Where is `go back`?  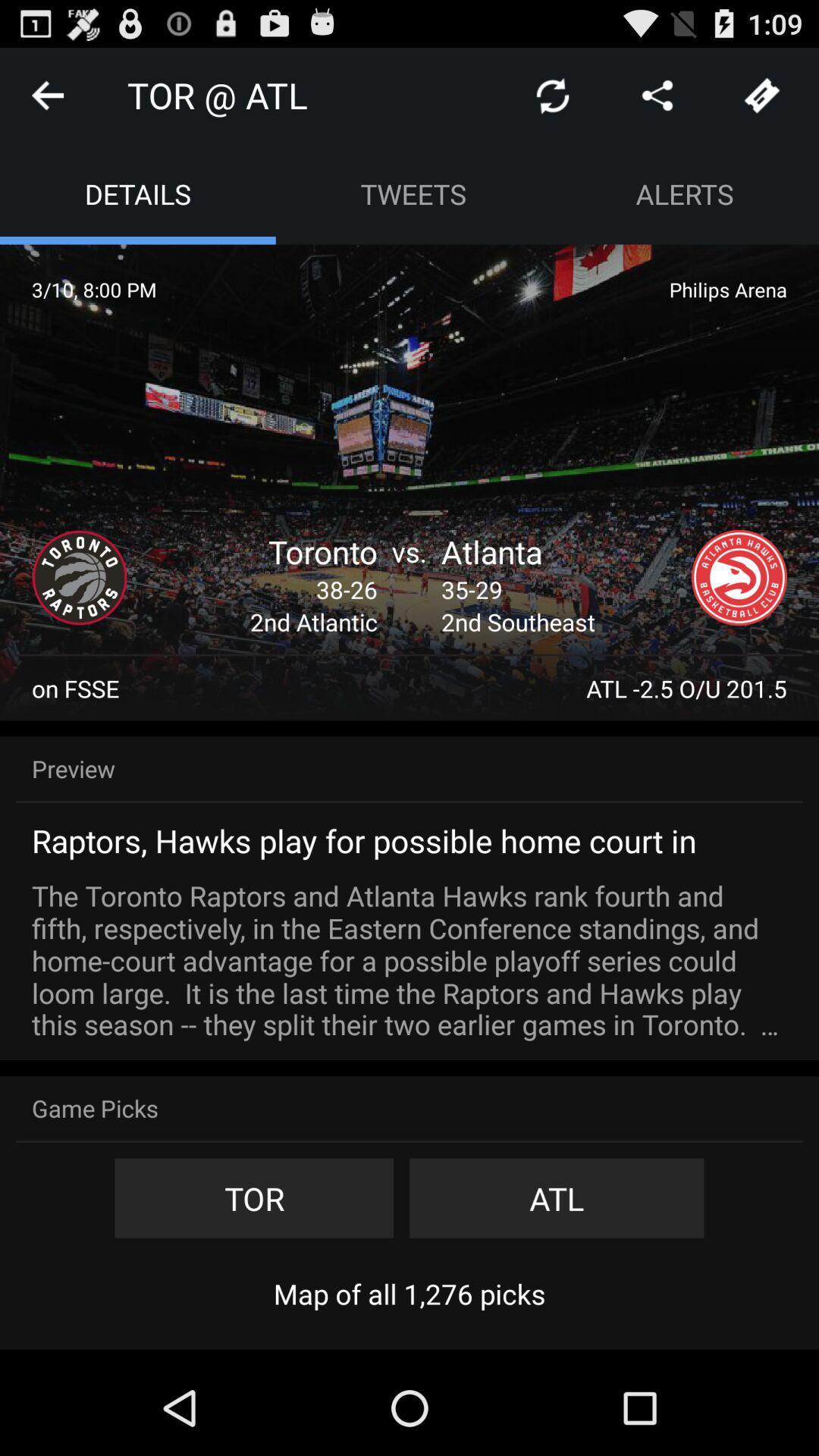 go back is located at coordinates (46, 94).